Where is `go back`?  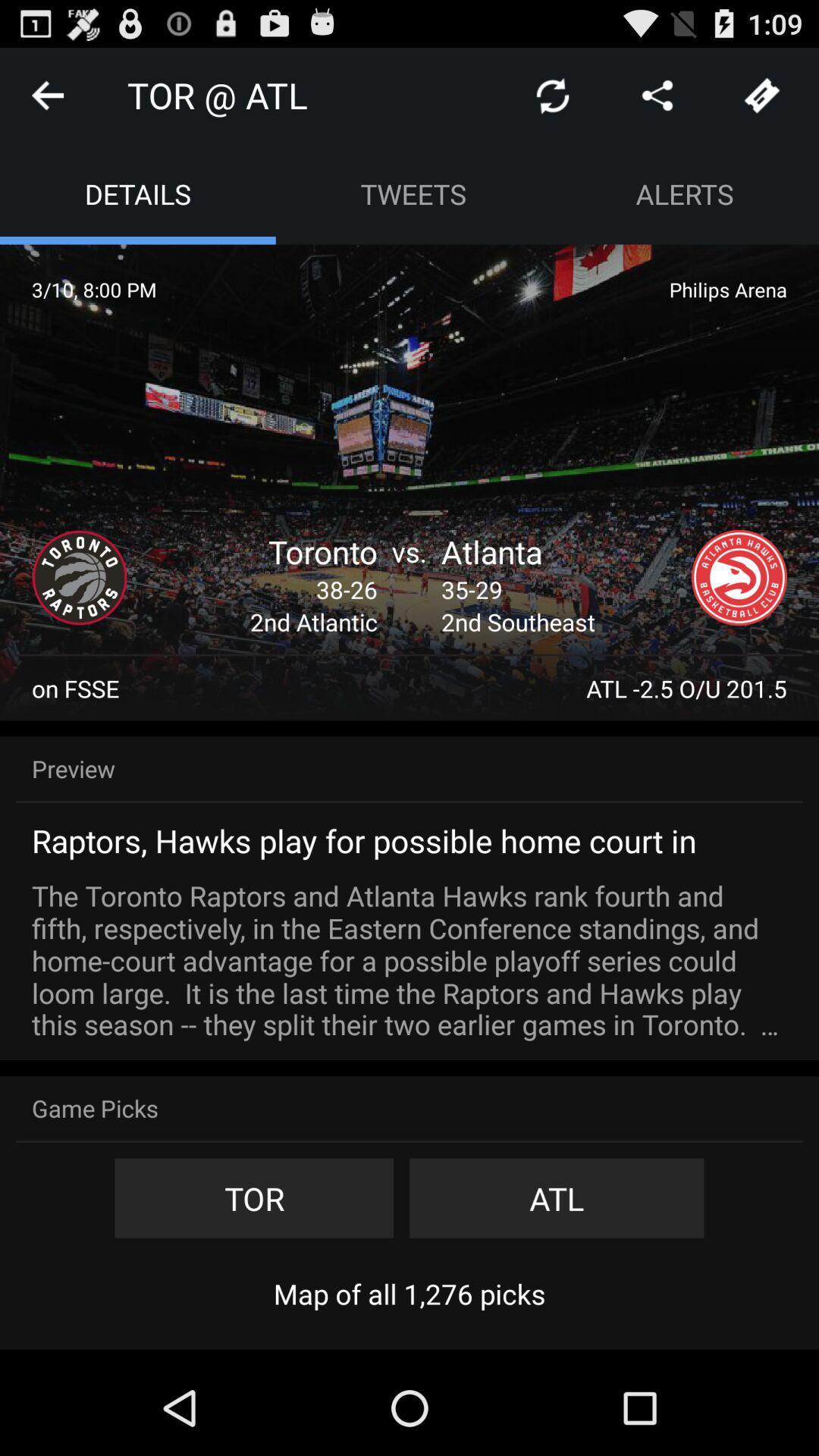 go back is located at coordinates (46, 94).